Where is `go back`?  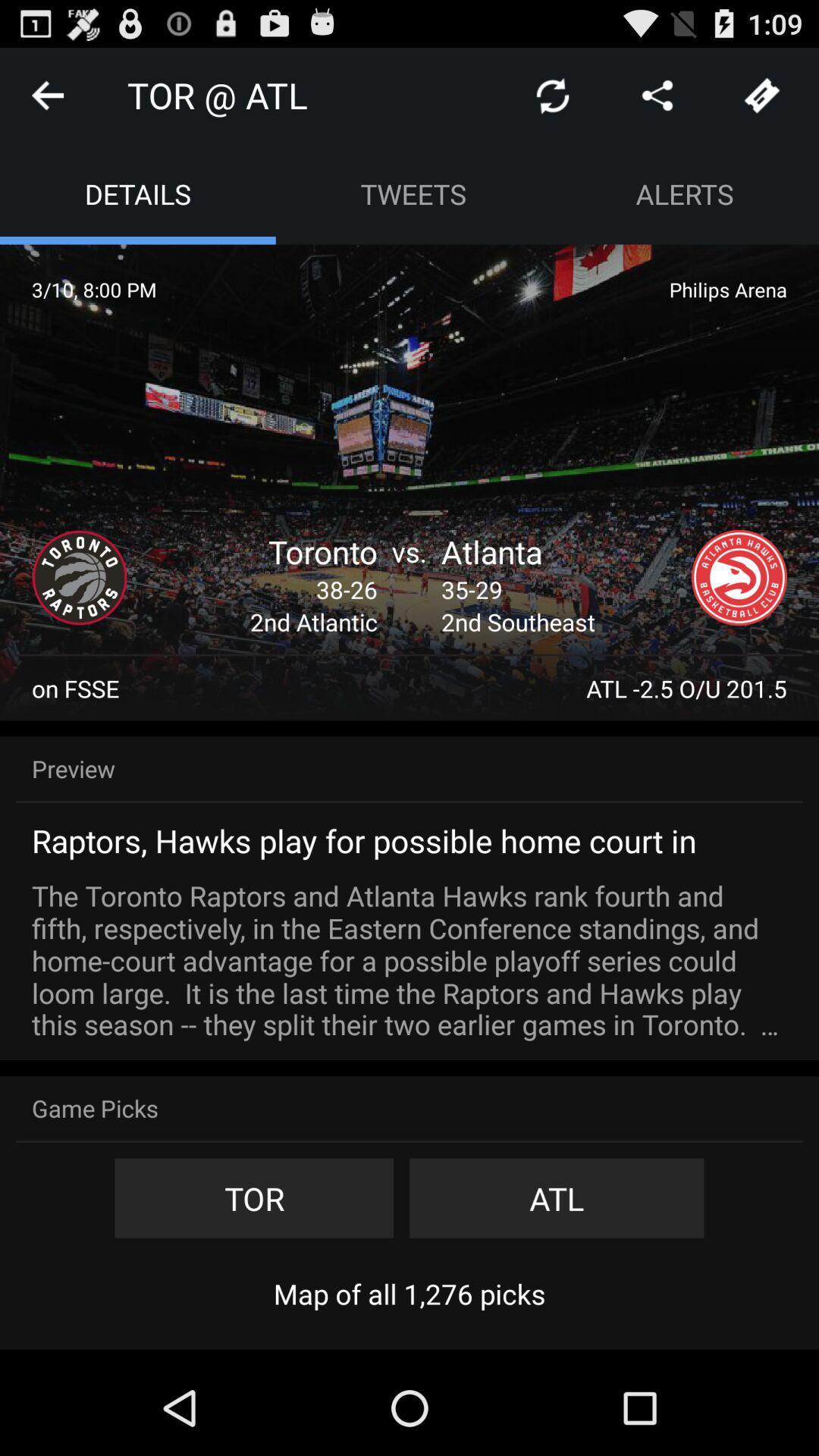 go back is located at coordinates (46, 94).